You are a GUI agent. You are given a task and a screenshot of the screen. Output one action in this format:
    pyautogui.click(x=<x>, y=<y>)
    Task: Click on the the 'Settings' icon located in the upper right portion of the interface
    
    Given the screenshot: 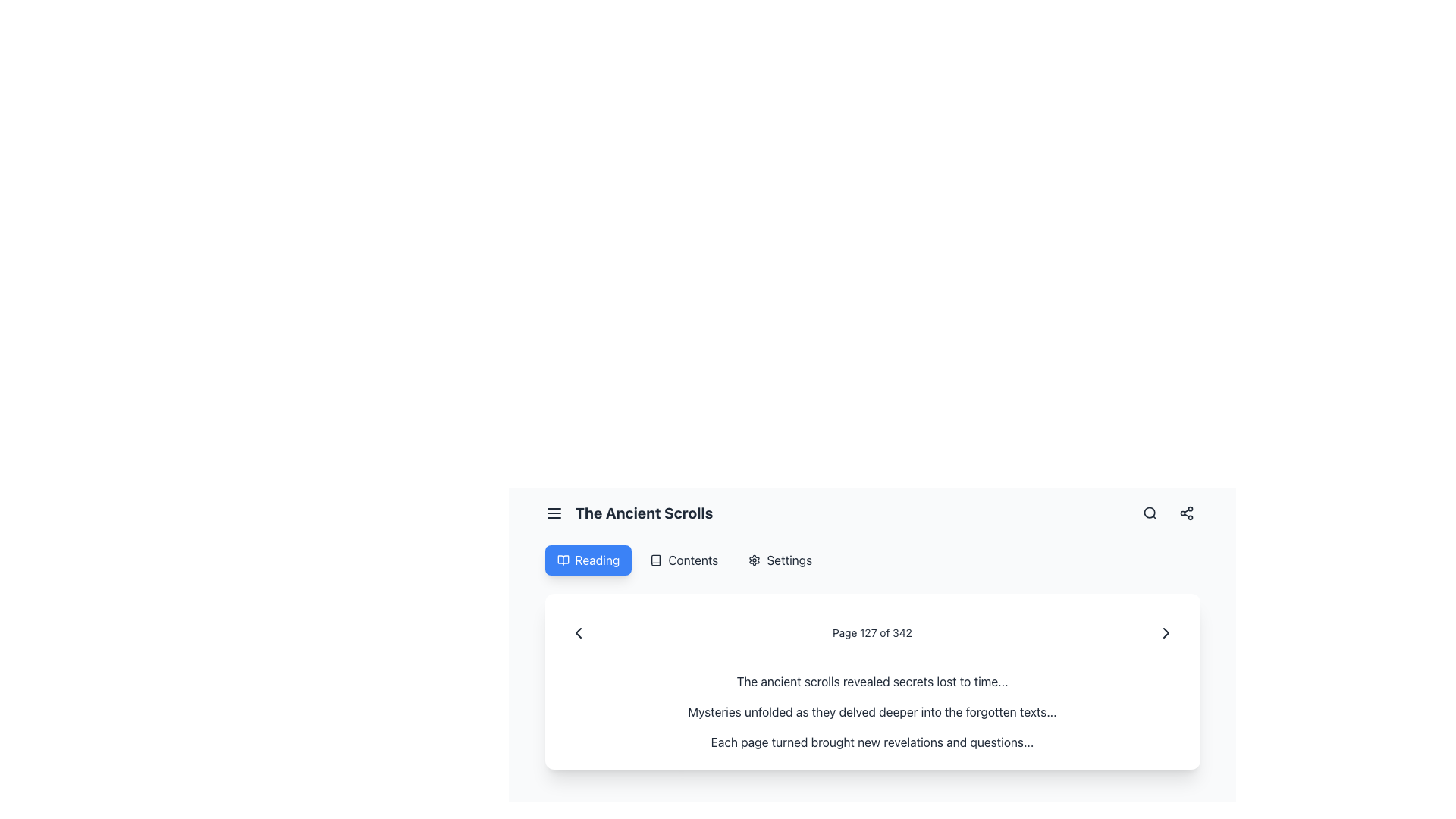 What is the action you would take?
    pyautogui.click(x=755, y=560)
    